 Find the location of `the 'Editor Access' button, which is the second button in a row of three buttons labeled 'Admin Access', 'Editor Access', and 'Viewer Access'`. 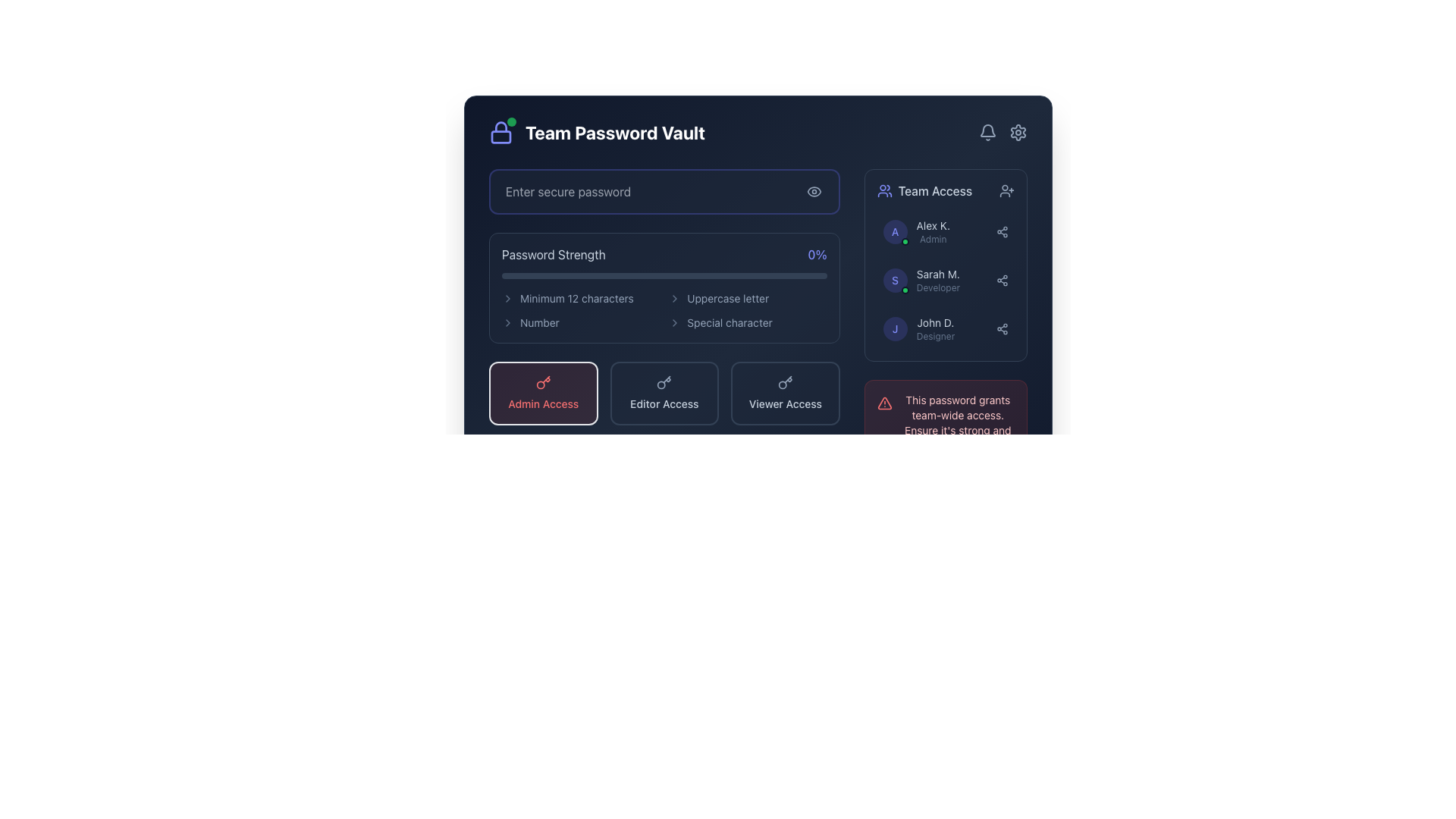

the 'Editor Access' button, which is the second button in a row of three buttons labeled 'Admin Access', 'Editor Access', and 'Viewer Access' is located at coordinates (664, 393).